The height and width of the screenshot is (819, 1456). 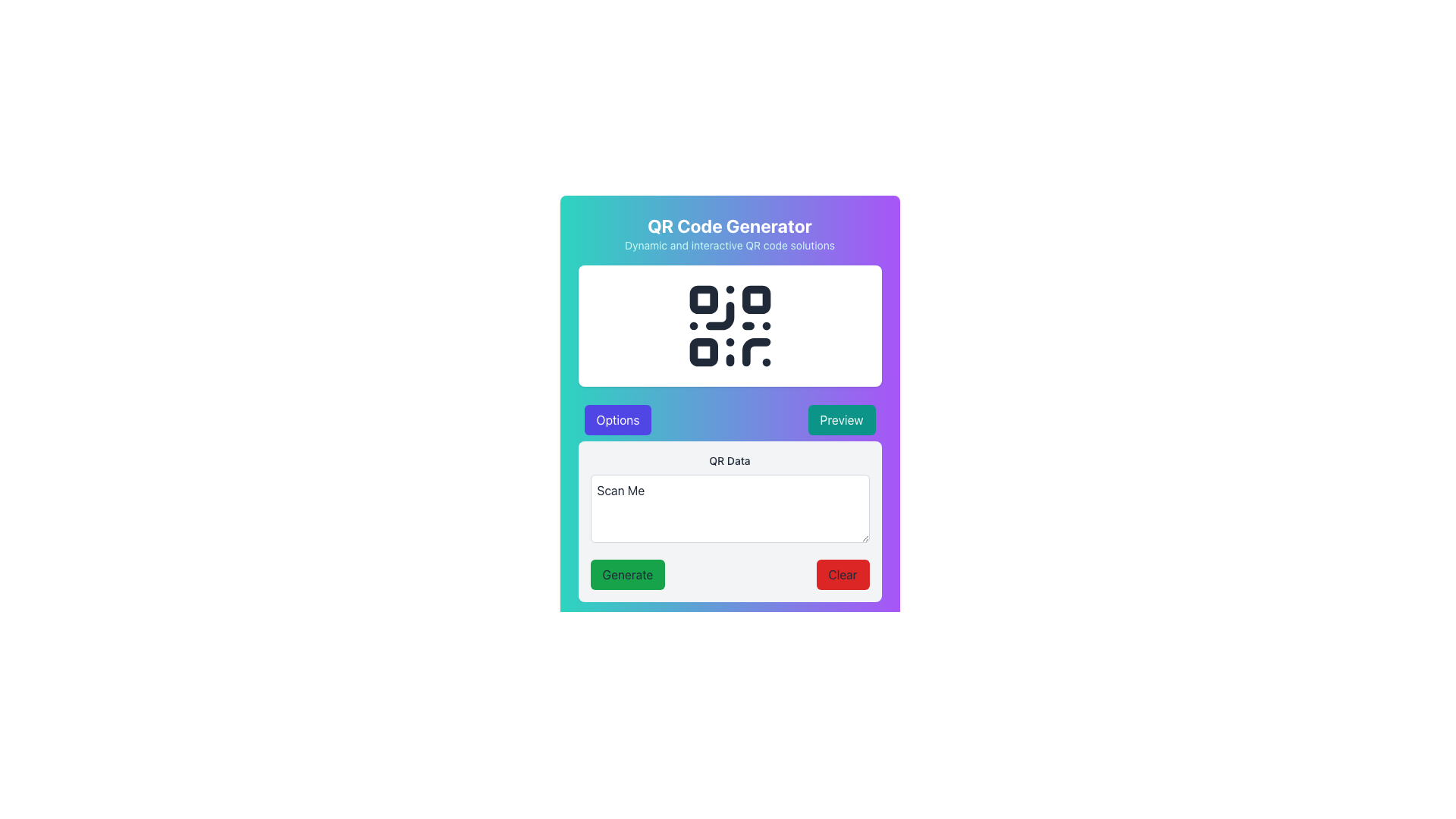 What do you see at coordinates (840, 420) in the screenshot?
I see `the rectangular 'Preview' button with a green background and white text located in the top-right corner of the interface to initiate a preview` at bounding box center [840, 420].